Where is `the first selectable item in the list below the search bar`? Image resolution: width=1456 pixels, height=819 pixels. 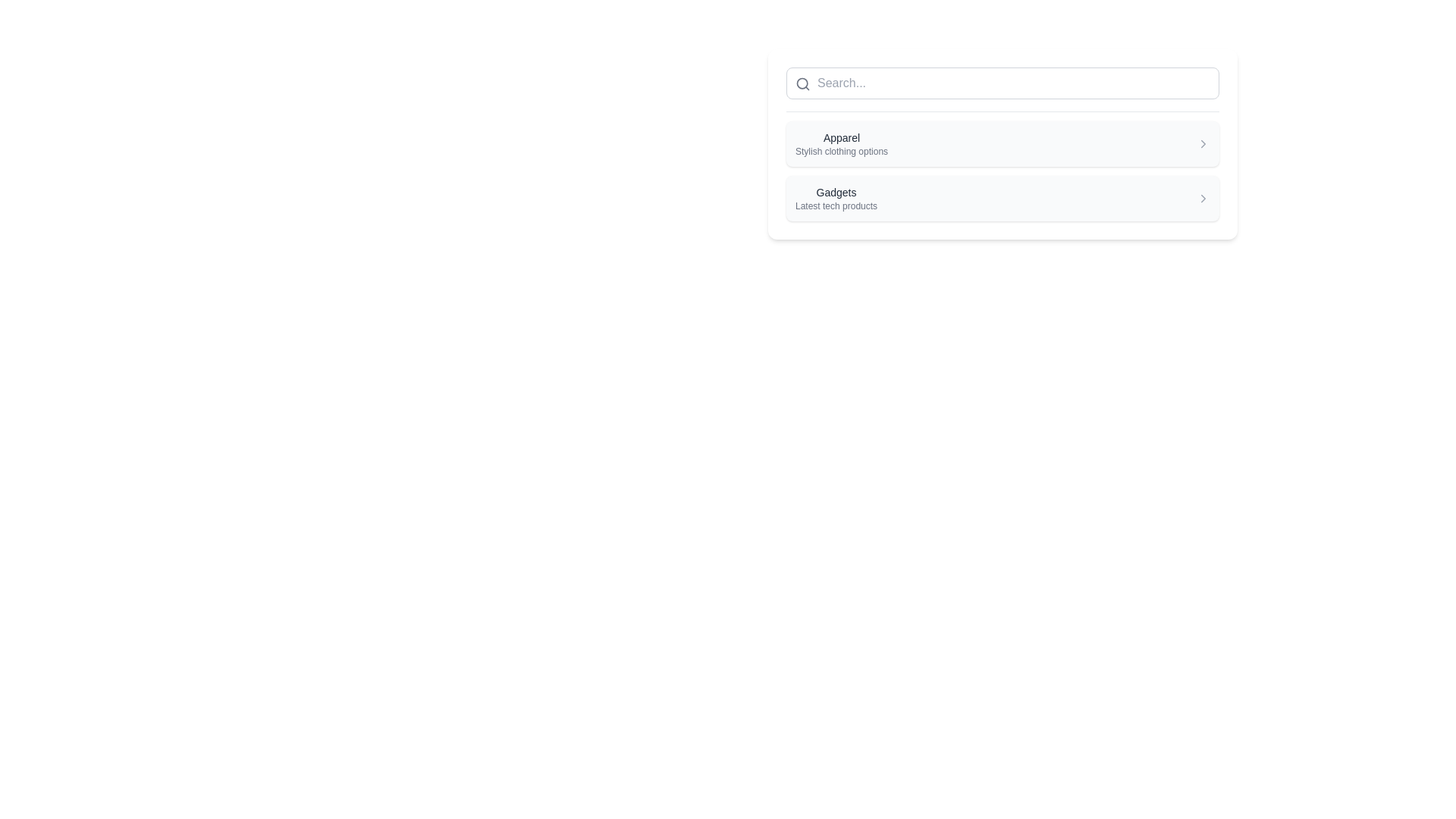 the first selectable item in the list below the search bar is located at coordinates (1003, 144).